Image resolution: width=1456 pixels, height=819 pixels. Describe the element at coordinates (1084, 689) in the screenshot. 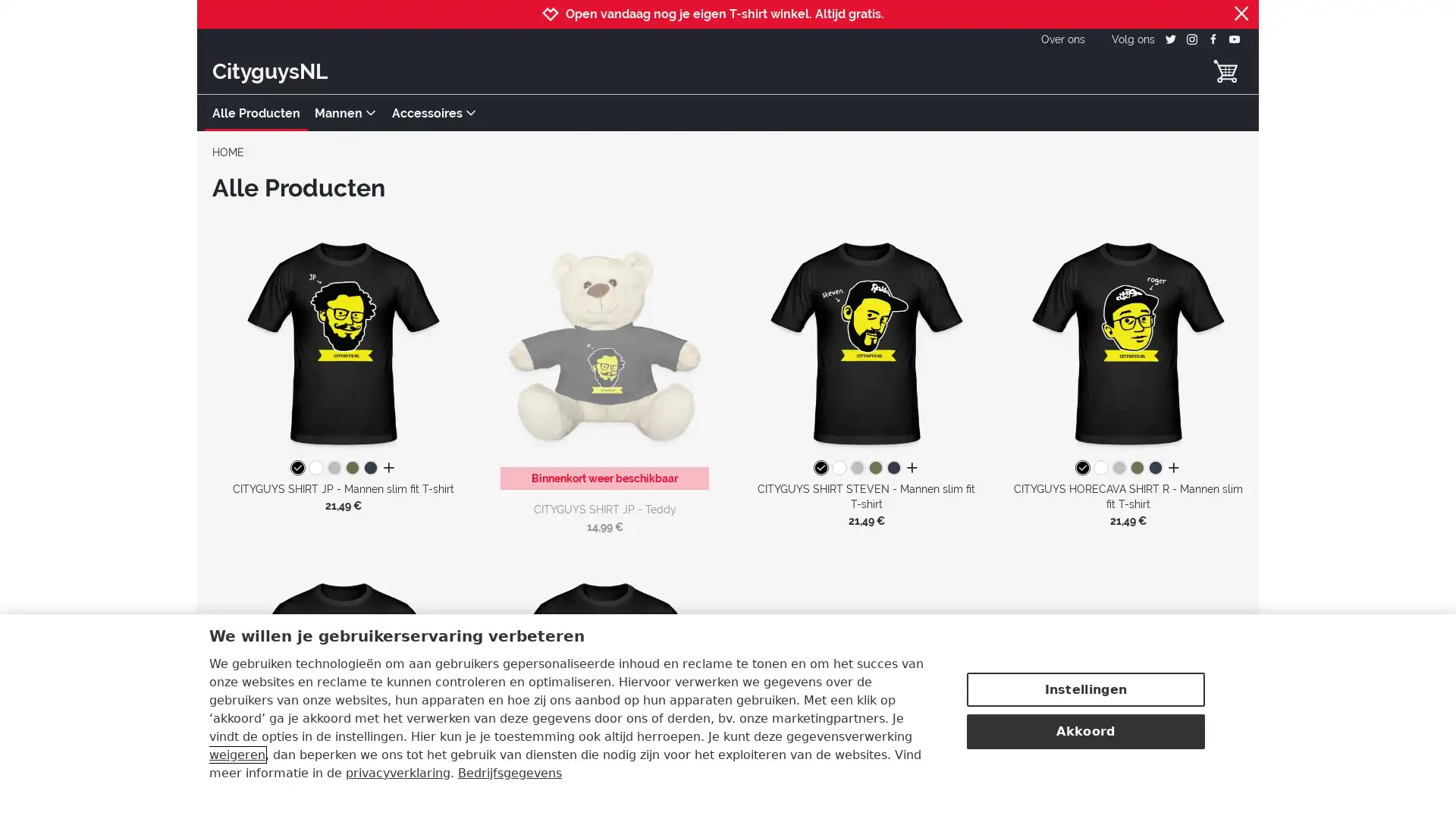

I see `Instellingen` at that location.